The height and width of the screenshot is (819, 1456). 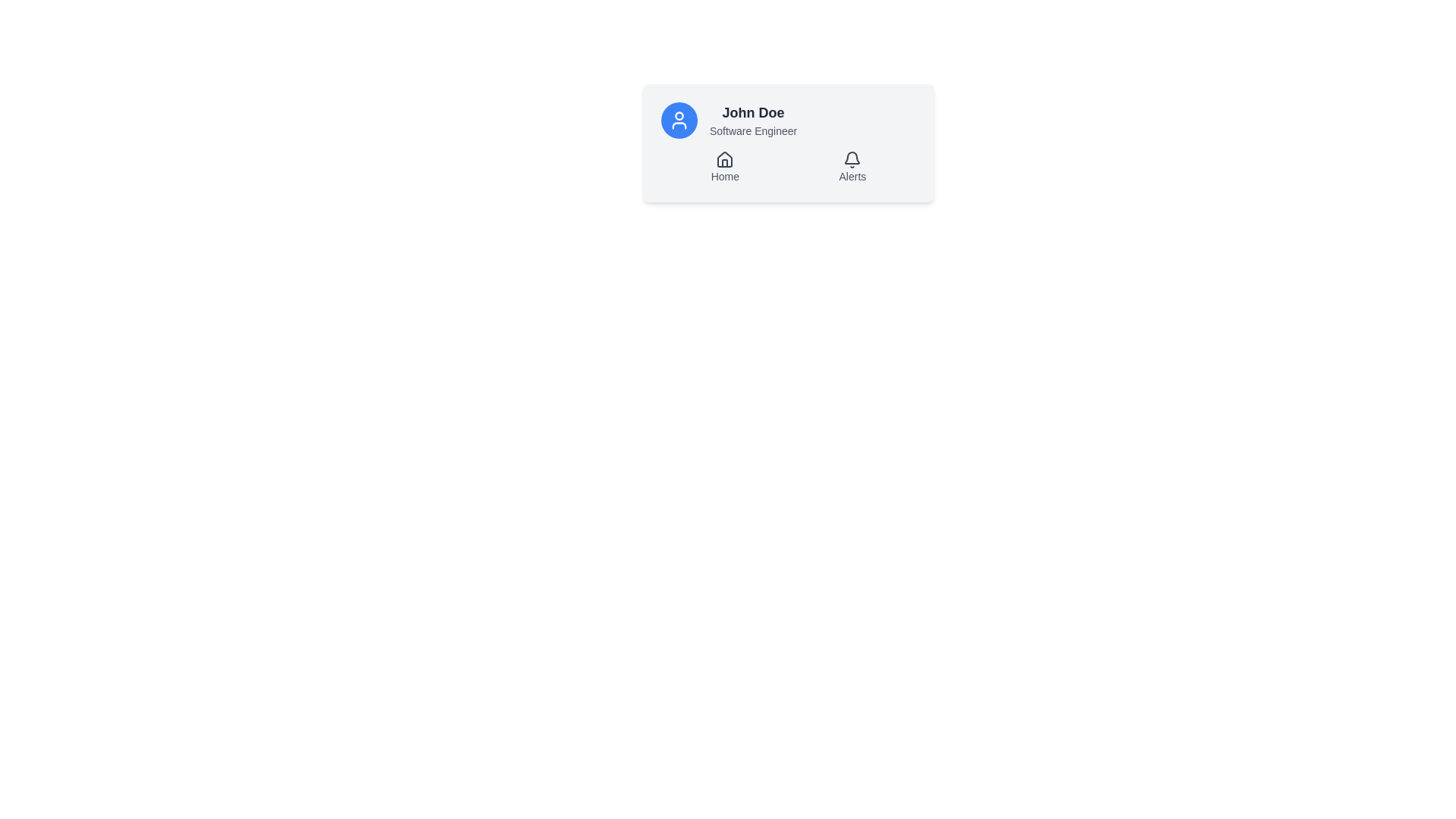 I want to click on the 'Home' navigation item, which features a house icon and gray text, so click(x=724, y=167).